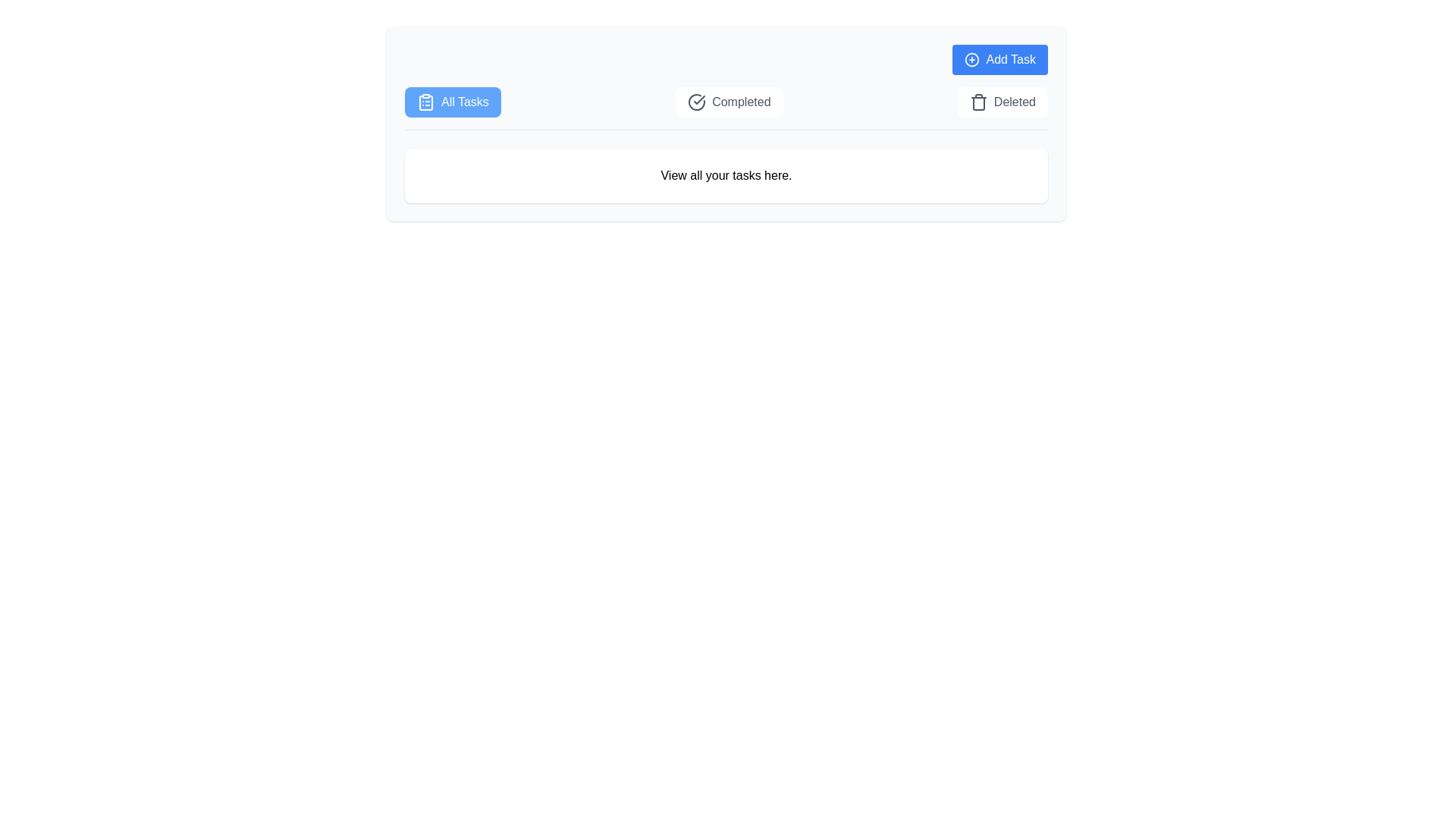 Image resolution: width=1456 pixels, height=819 pixels. What do you see at coordinates (978, 102) in the screenshot?
I see `the trash bin icon located in the top-right quadrant of the interface, which is part of the 'Deleted' button` at bounding box center [978, 102].